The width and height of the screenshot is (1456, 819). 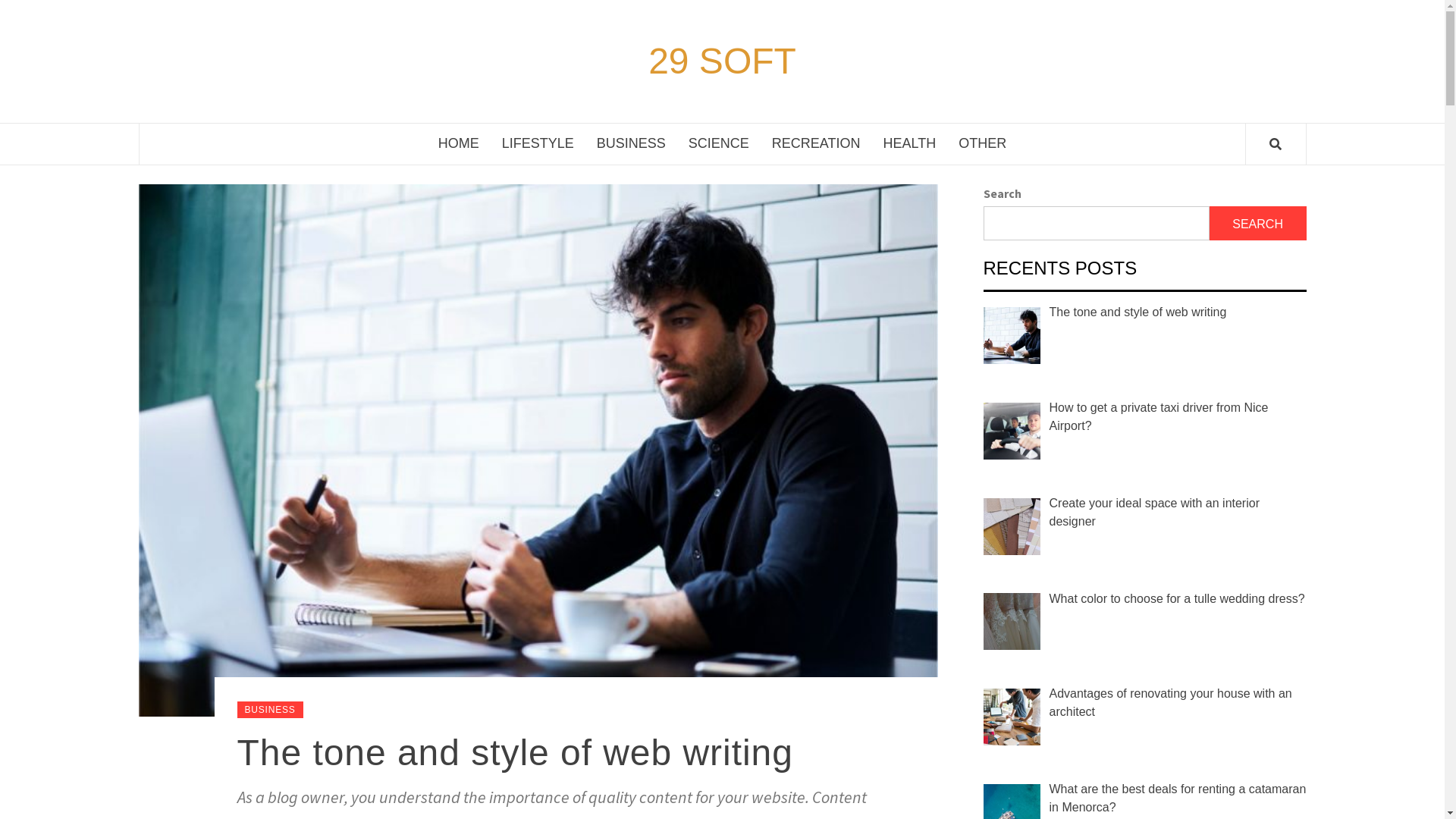 What do you see at coordinates (1170, 702) in the screenshot?
I see `'Advantages of renovating your house with an architect'` at bounding box center [1170, 702].